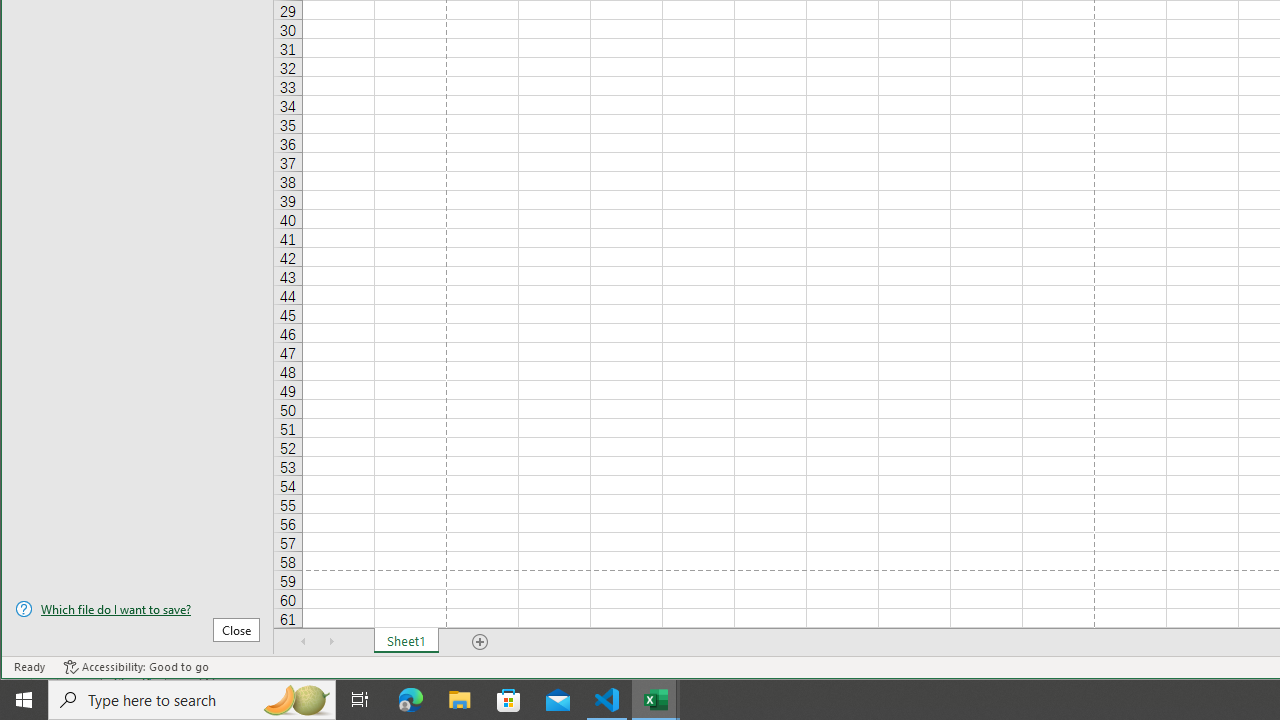 Image resolution: width=1280 pixels, height=720 pixels. Describe the element at coordinates (192, 698) in the screenshot. I see `'Type here to search'` at that location.